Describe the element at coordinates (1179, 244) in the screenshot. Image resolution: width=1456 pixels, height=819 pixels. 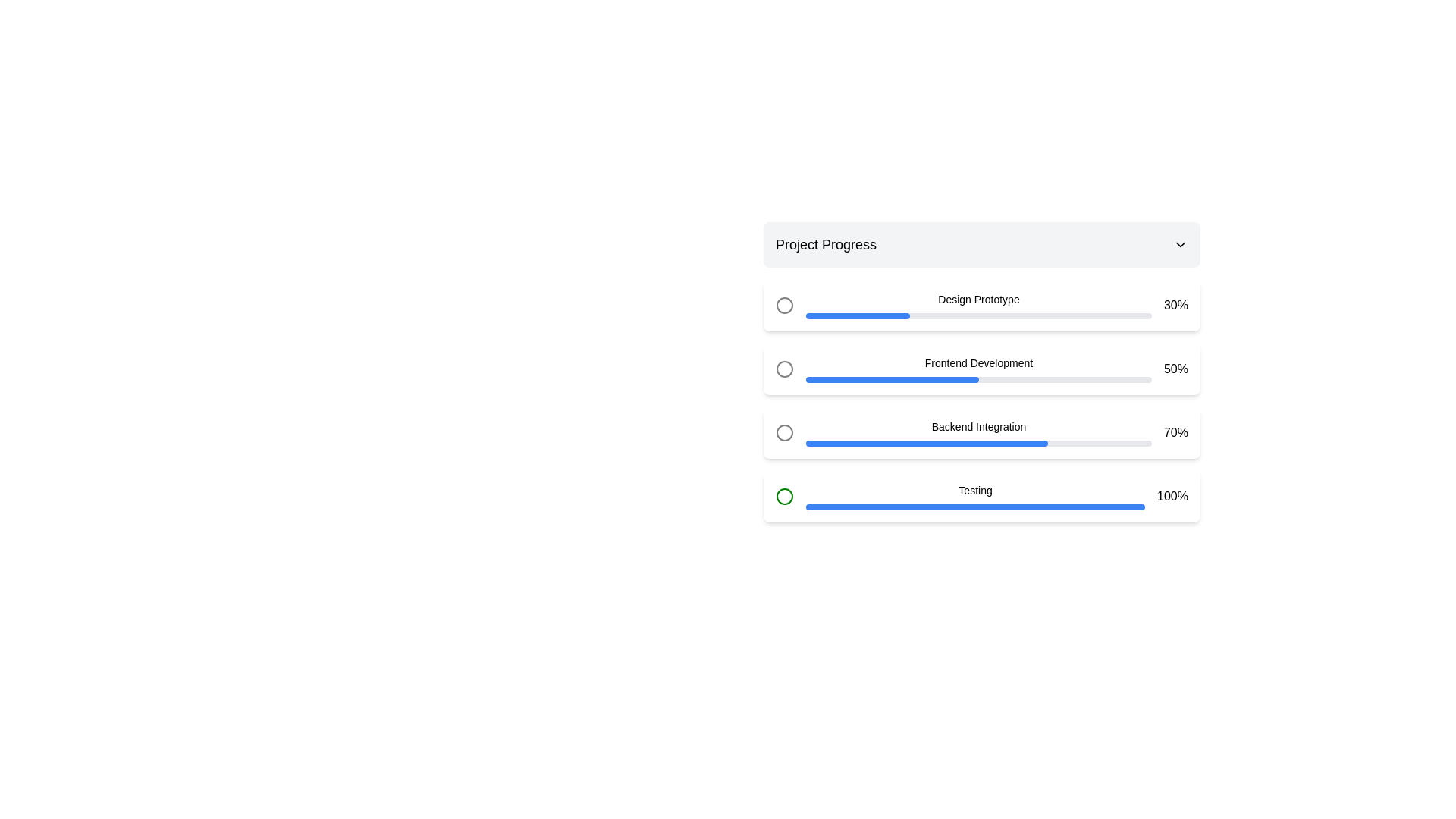
I see `the chevron-down SVG icon located at the right end of the 'Project Progress' header` at that location.